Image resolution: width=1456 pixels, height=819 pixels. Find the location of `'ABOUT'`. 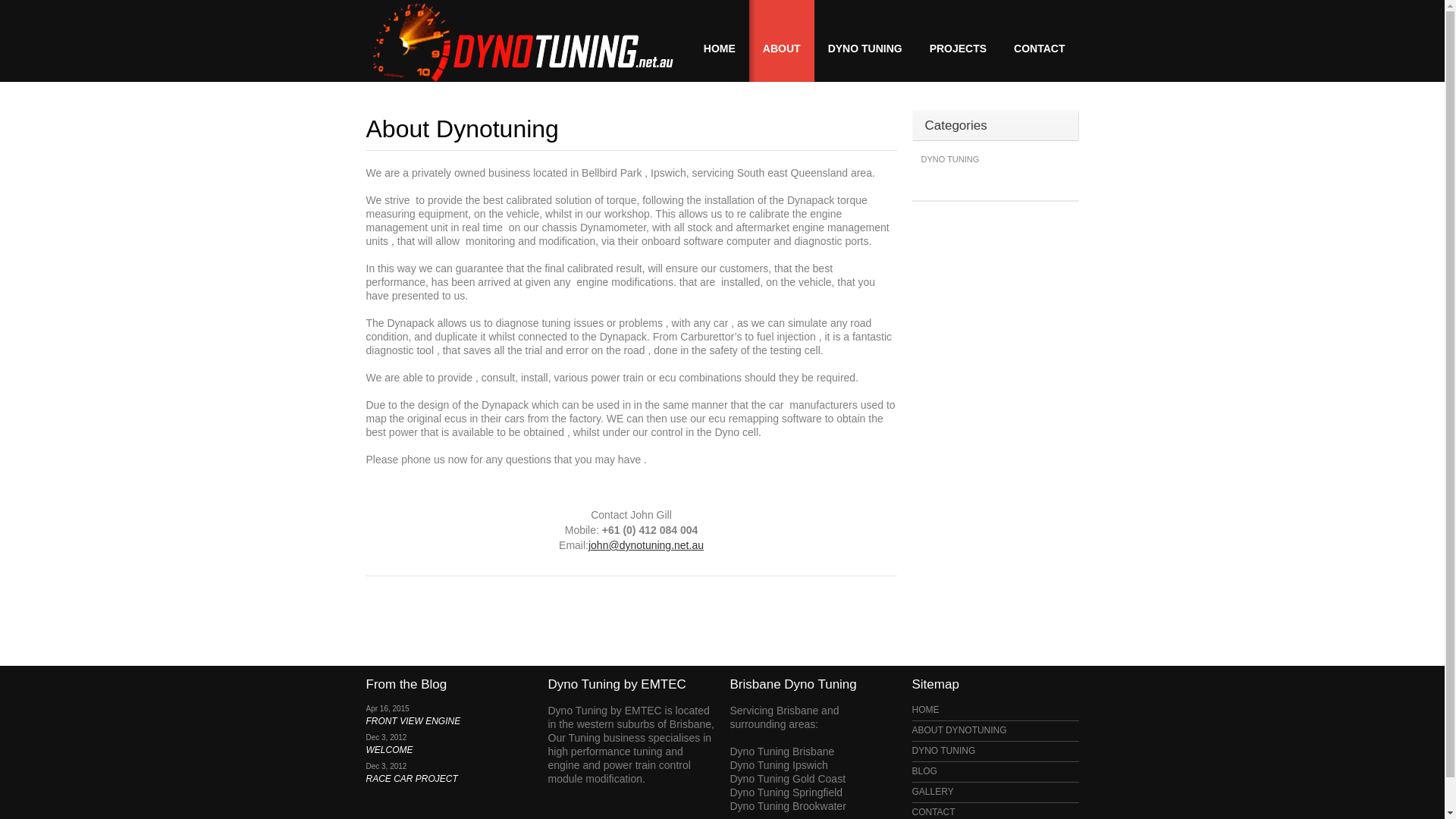

'ABOUT' is located at coordinates (782, 40).